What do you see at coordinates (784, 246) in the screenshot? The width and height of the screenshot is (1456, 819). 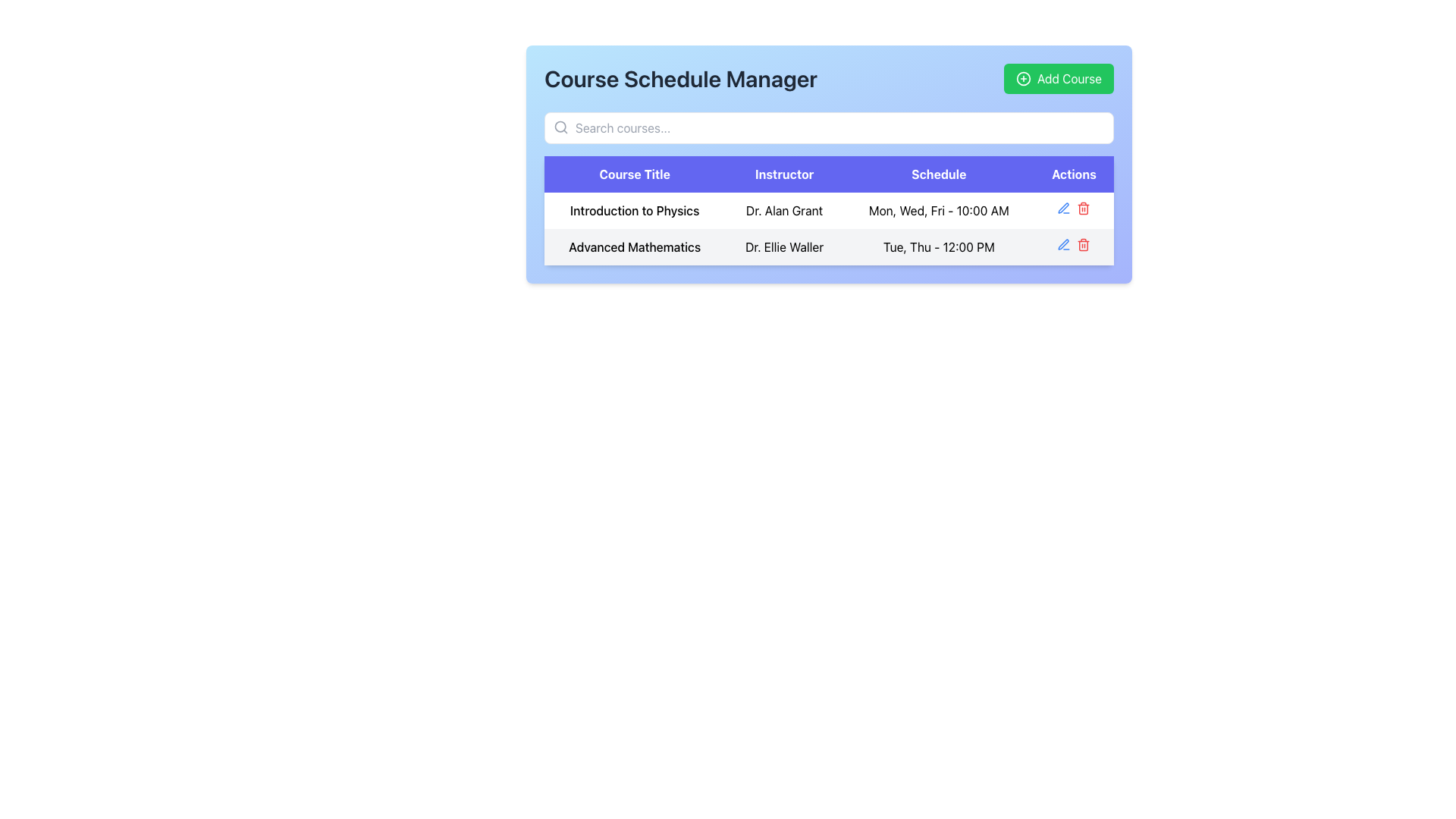 I see `the label displaying 'Dr. Ellie Waller', which is centrally aligned and positioned between 'Advanced Mathematics' and 'Tue, Thu - 12:00 PM' in the 'Instructor' column of the table` at bounding box center [784, 246].